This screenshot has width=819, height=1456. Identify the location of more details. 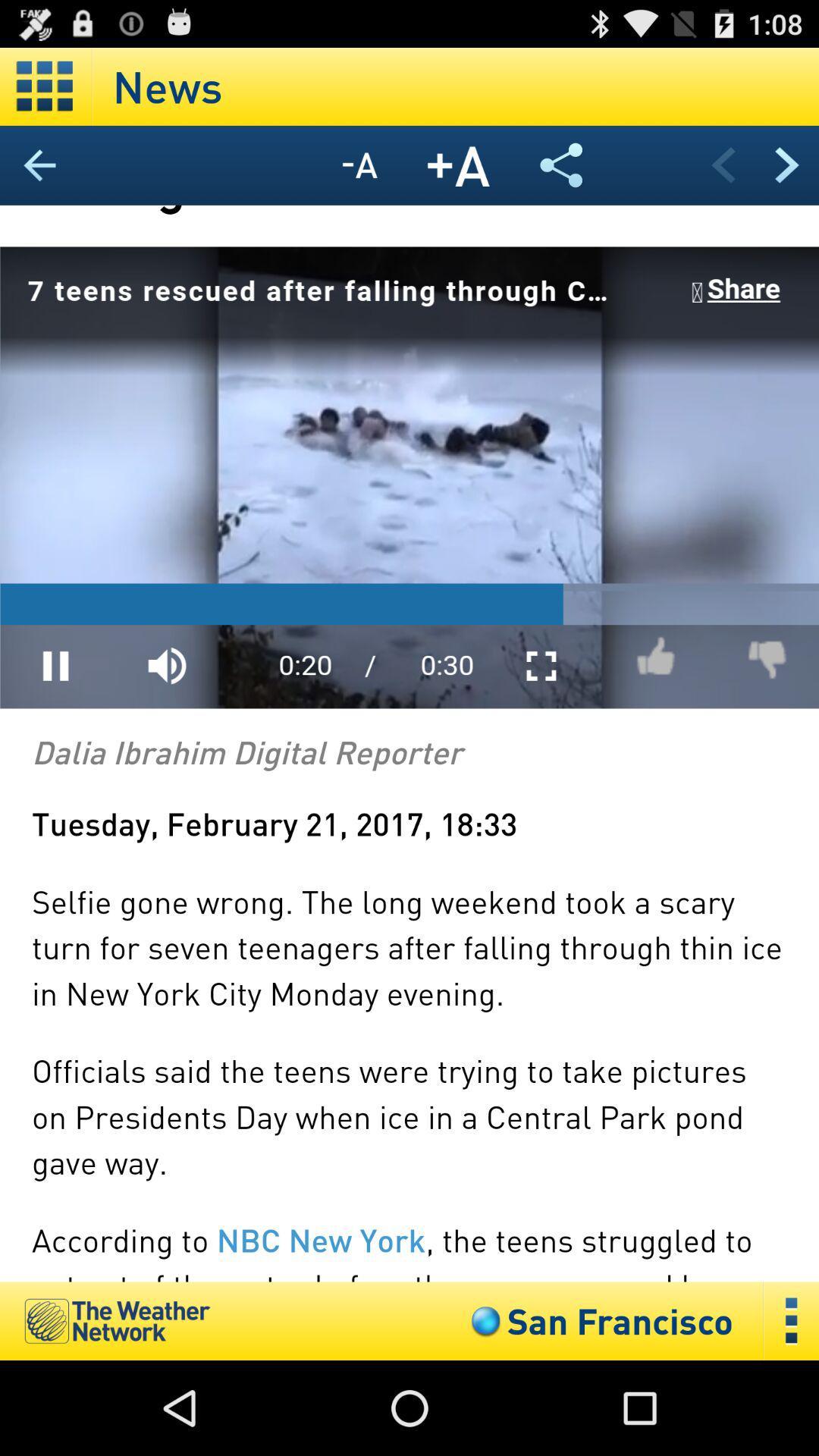
(791, 1320).